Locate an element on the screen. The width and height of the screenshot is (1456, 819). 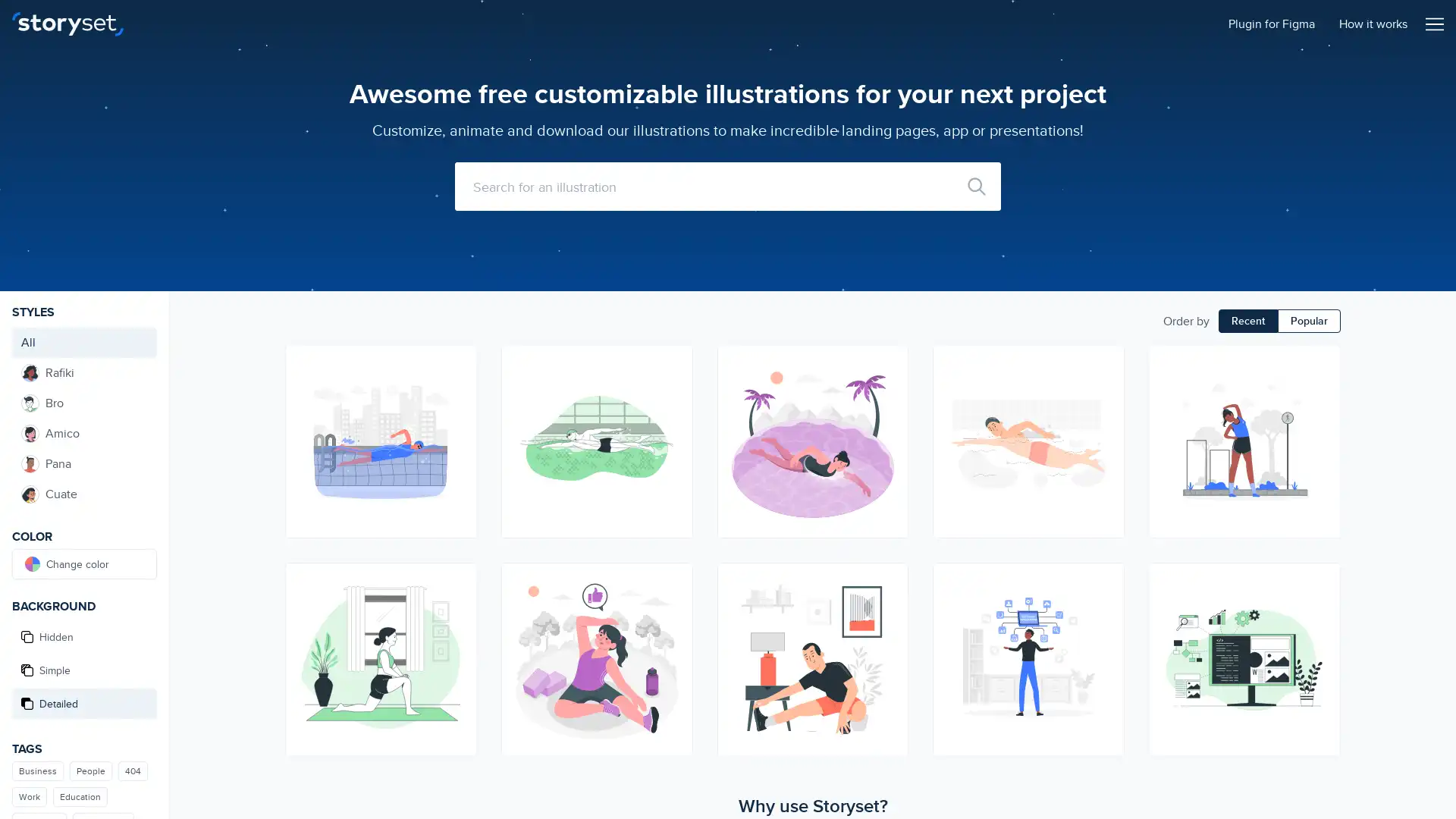
Simple is located at coordinates (83, 669).